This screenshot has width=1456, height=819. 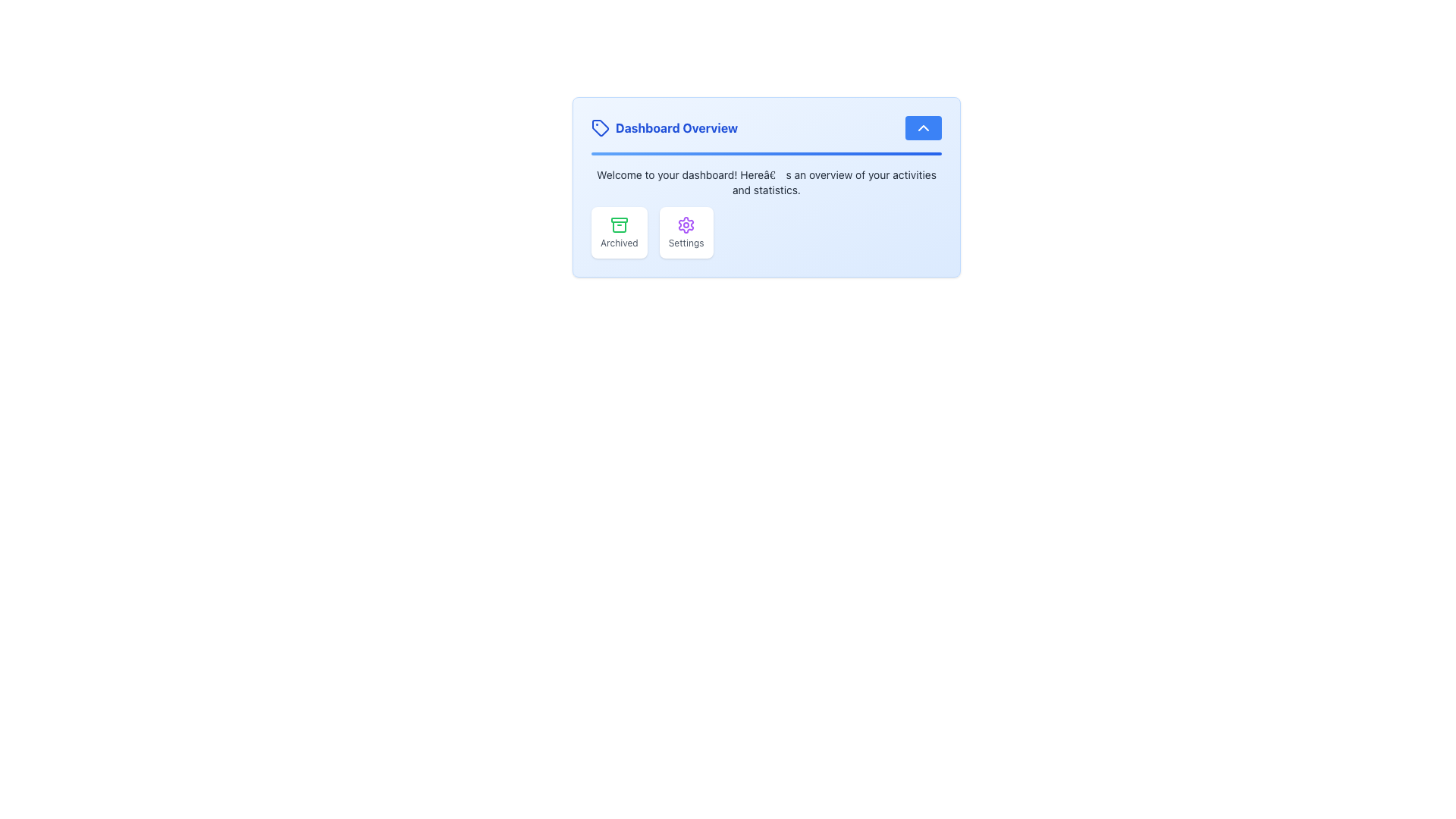 What do you see at coordinates (767, 154) in the screenshot?
I see `the Horizontal Divider located below the 'Dashboard Overview' header, which serves as a visual separator between sections of content` at bounding box center [767, 154].